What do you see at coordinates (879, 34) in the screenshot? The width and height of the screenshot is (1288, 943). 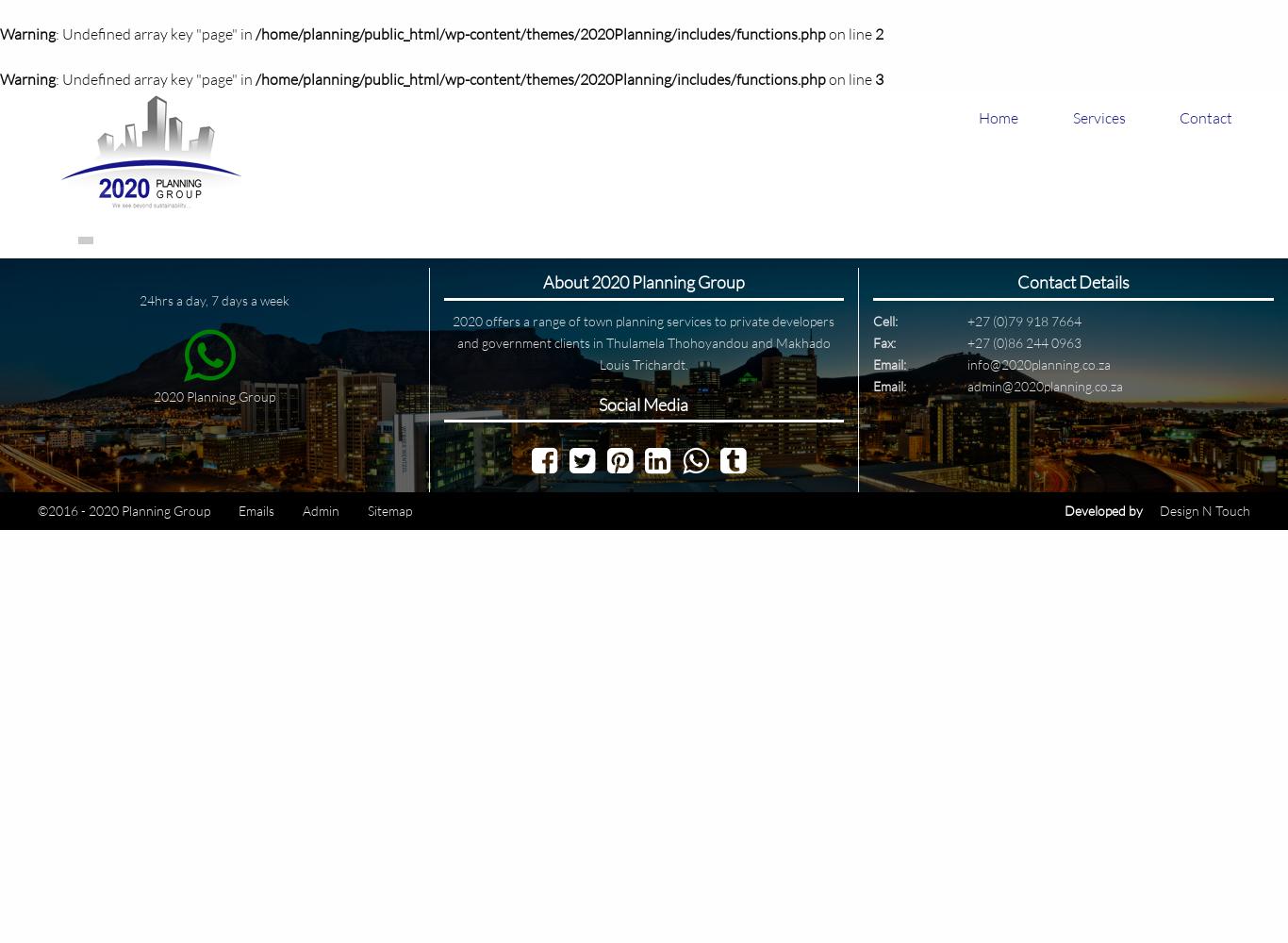 I see `'2'` at bounding box center [879, 34].